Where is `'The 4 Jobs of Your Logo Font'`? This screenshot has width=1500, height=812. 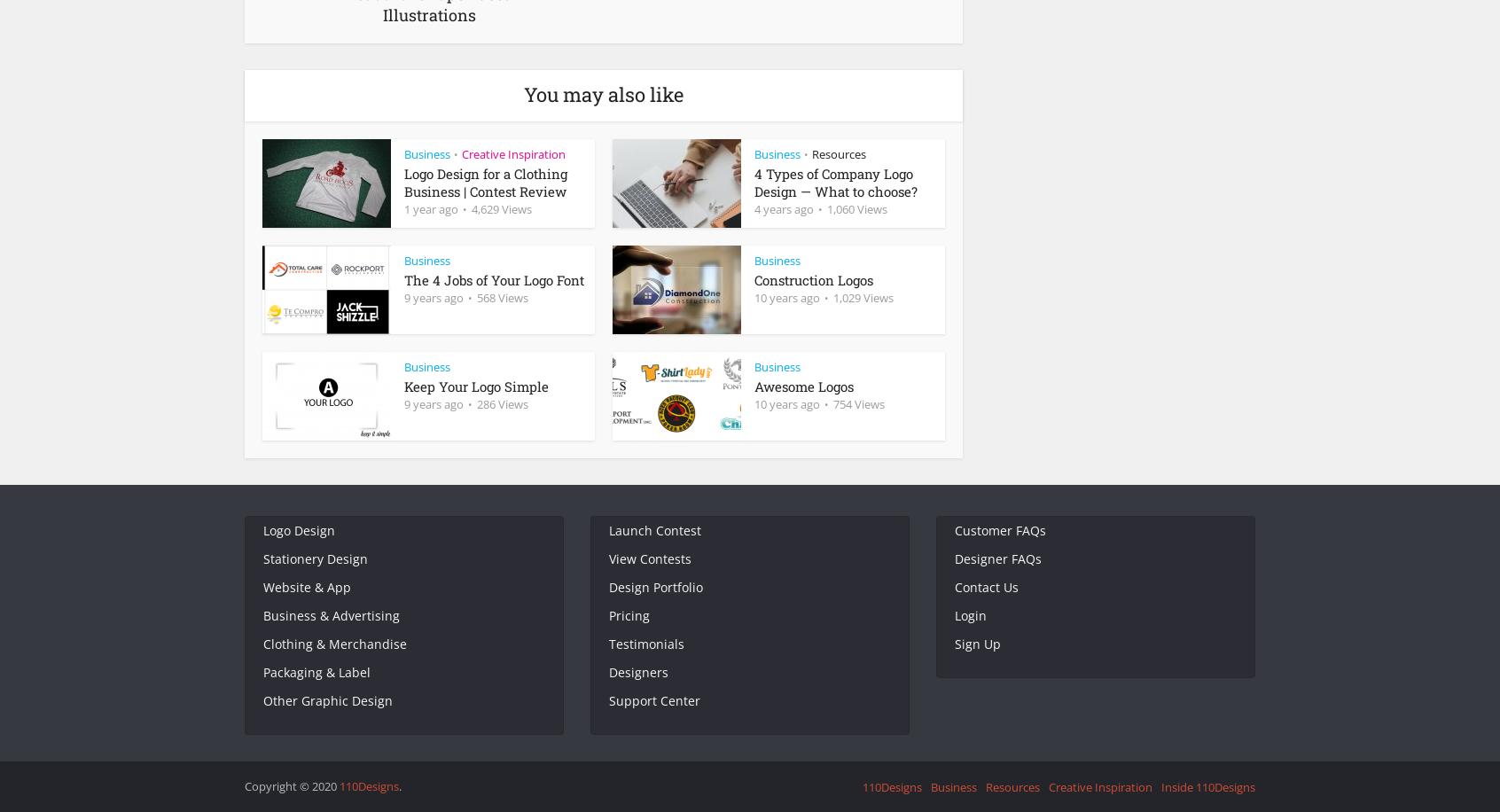 'The 4 Jobs of Your Logo Font' is located at coordinates (494, 279).